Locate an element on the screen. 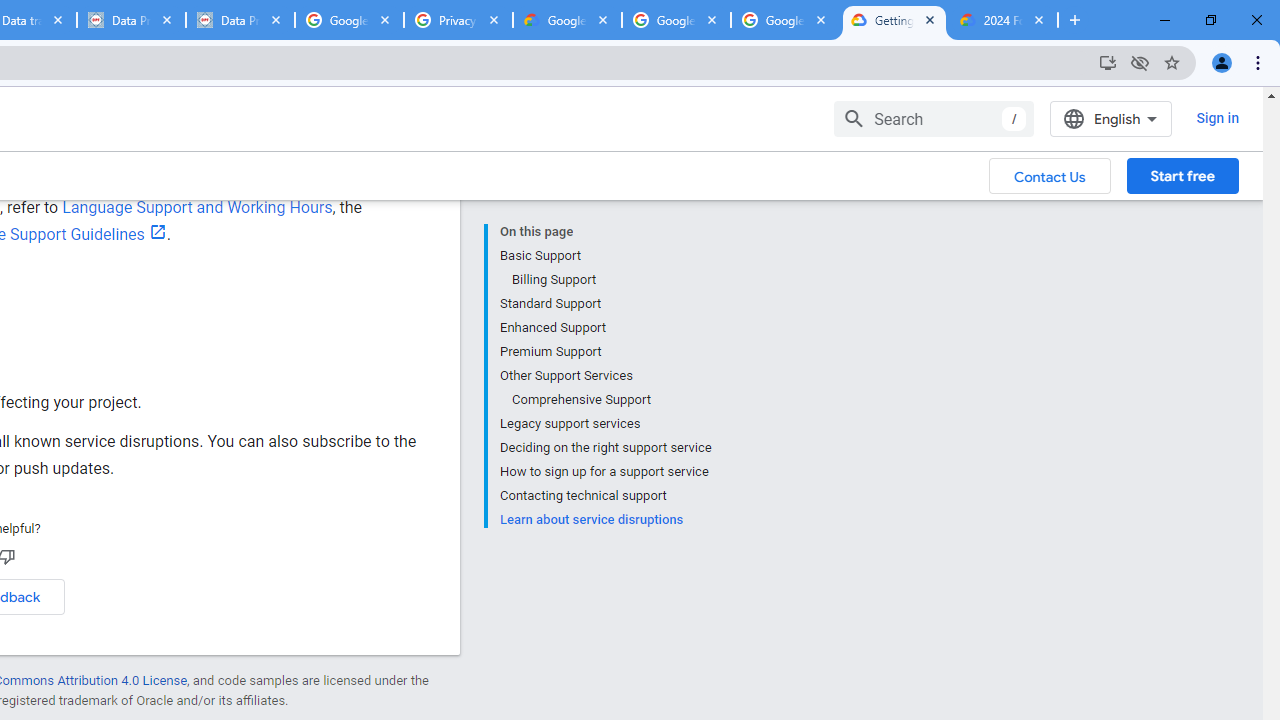  'Basic Support' is located at coordinates (604, 254).